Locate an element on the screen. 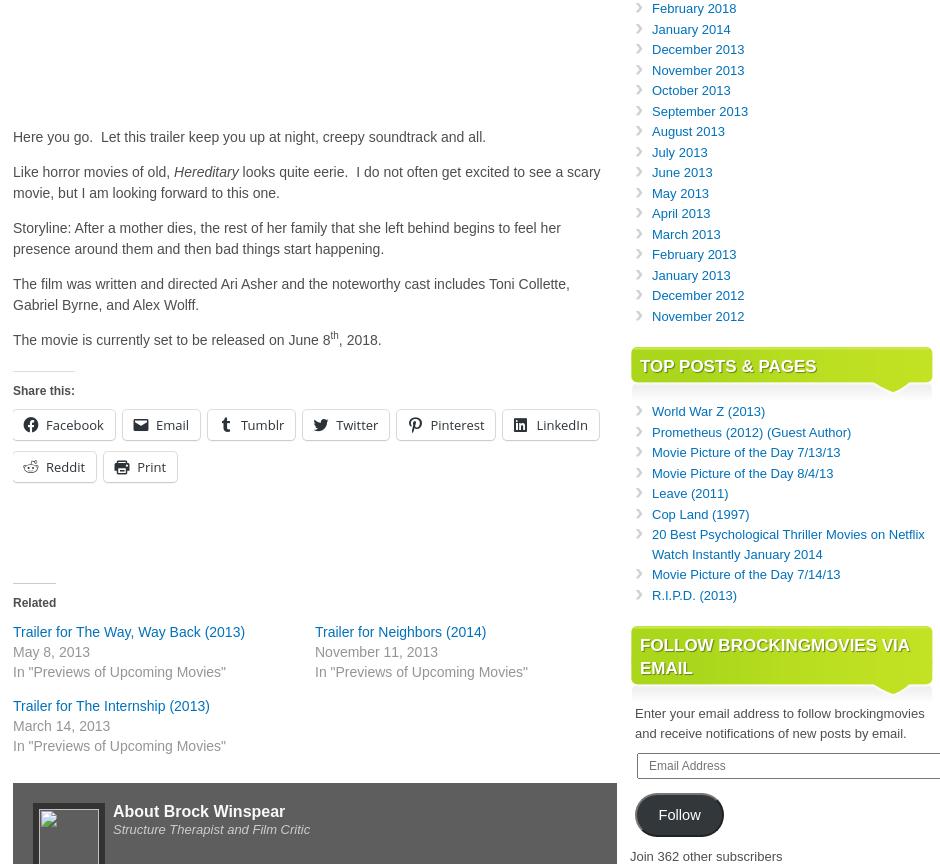 Image resolution: width=940 pixels, height=864 pixels. 'Pinterest' is located at coordinates (456, 424).